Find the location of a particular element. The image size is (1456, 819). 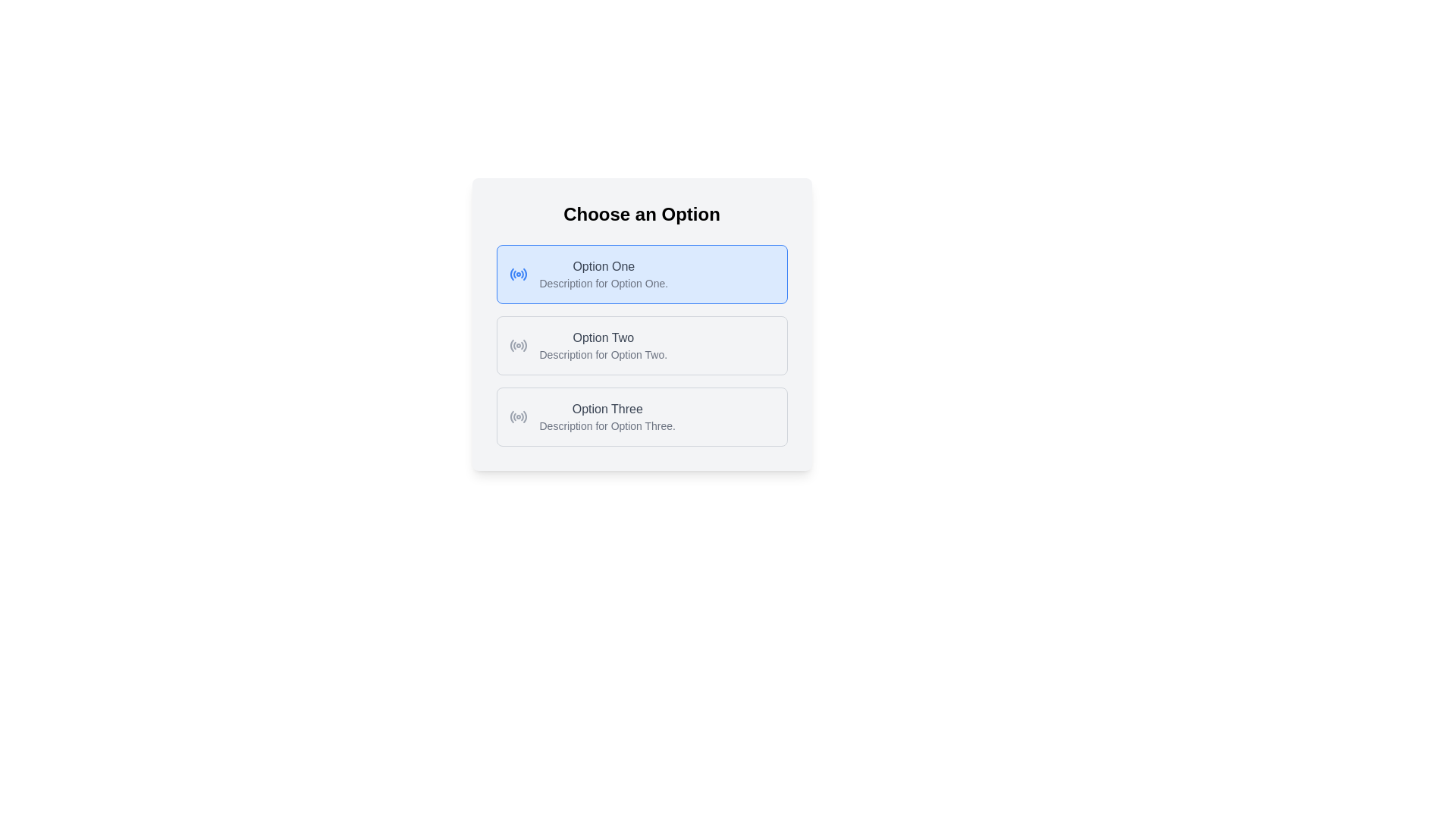

the third radio button option, located below 'Option One' and 'Option Two' is located at coordinates (642, 417).